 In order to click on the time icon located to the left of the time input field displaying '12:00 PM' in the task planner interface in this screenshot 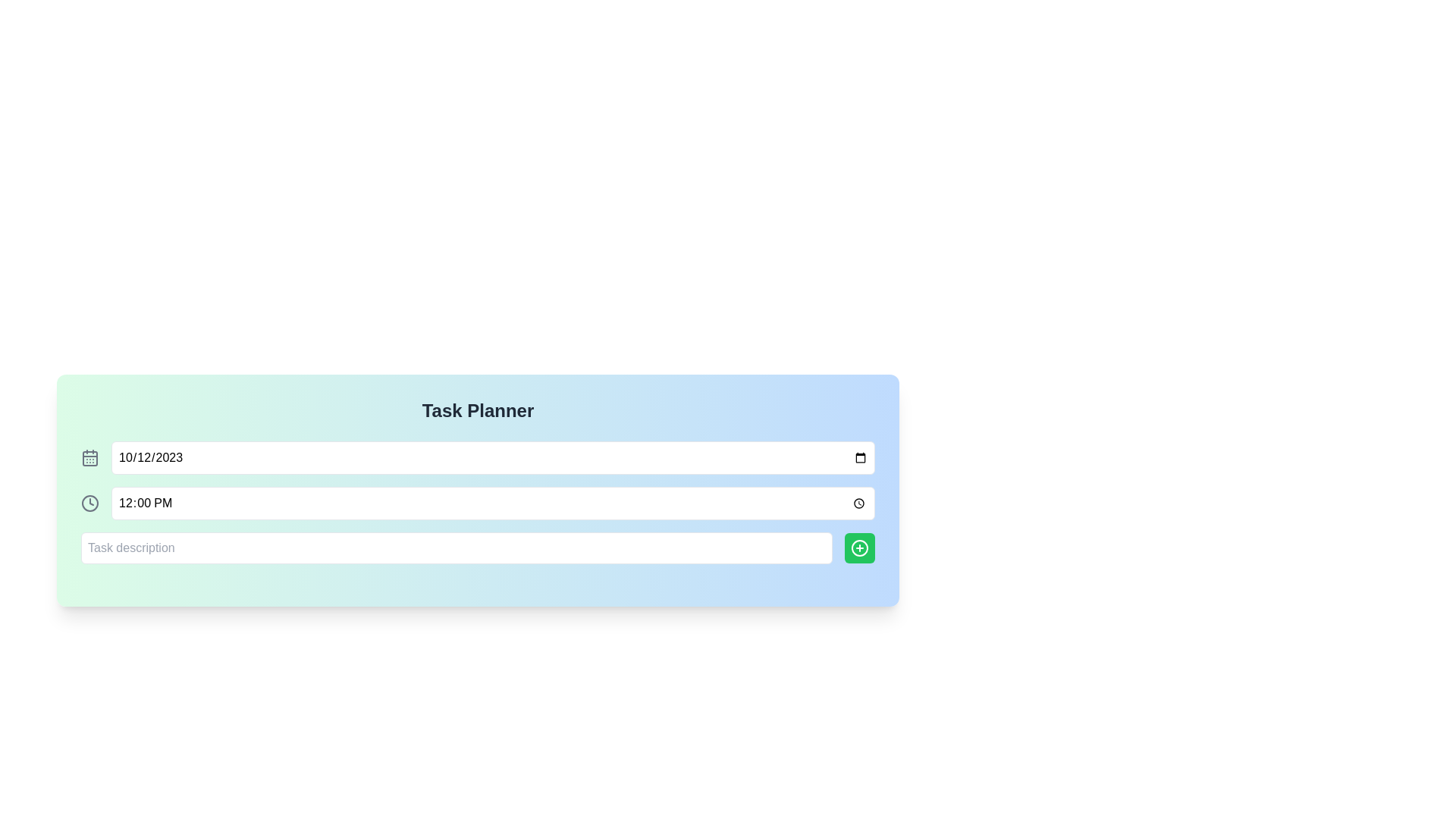, I will do `click(89, 503)`.